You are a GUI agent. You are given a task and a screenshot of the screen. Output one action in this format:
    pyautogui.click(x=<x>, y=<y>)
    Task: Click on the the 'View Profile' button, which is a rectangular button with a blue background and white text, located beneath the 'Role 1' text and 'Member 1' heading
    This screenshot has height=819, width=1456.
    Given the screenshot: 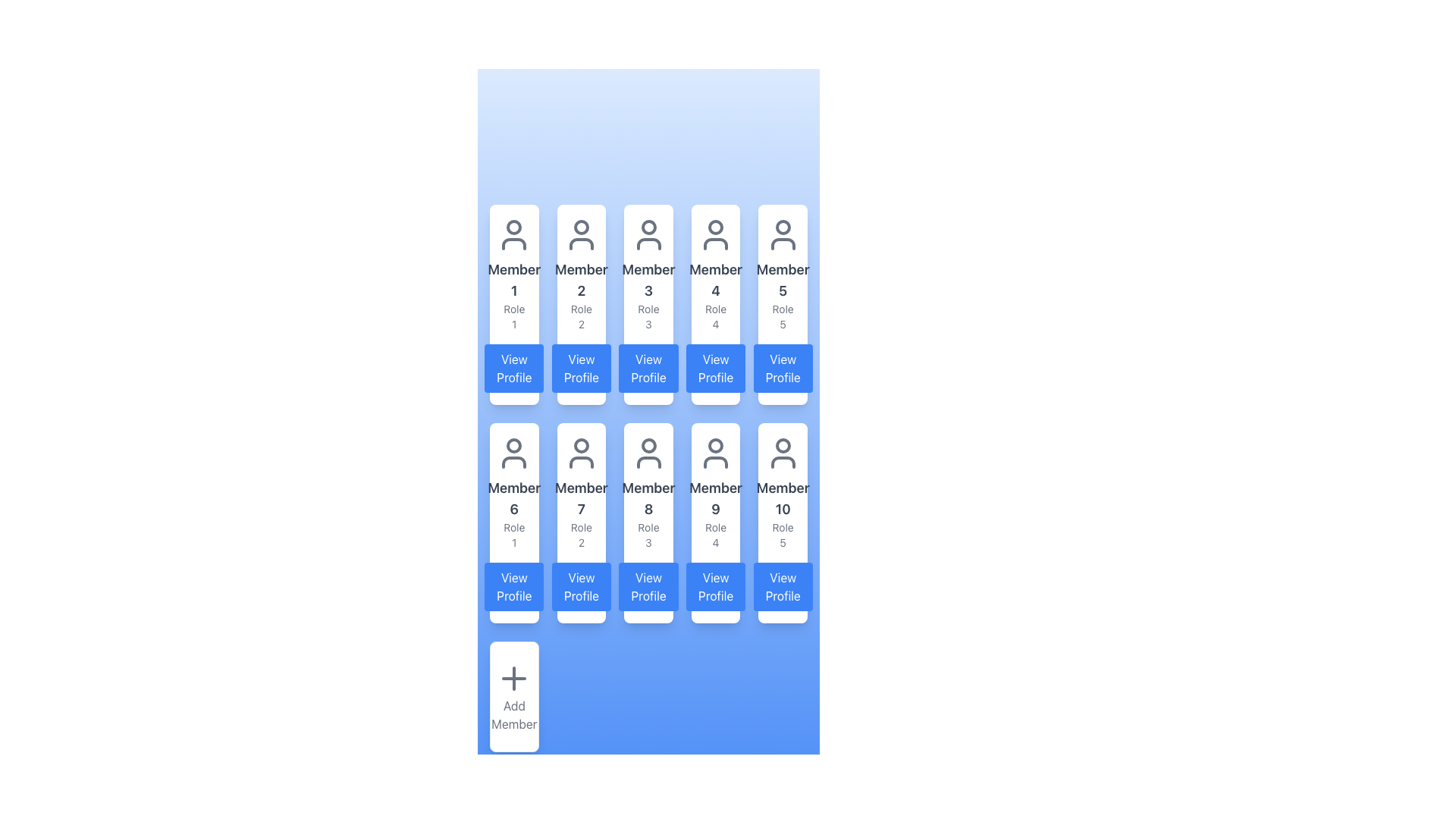 What is the action you would take?
    pyautogui.click(x=514, y=369)
    